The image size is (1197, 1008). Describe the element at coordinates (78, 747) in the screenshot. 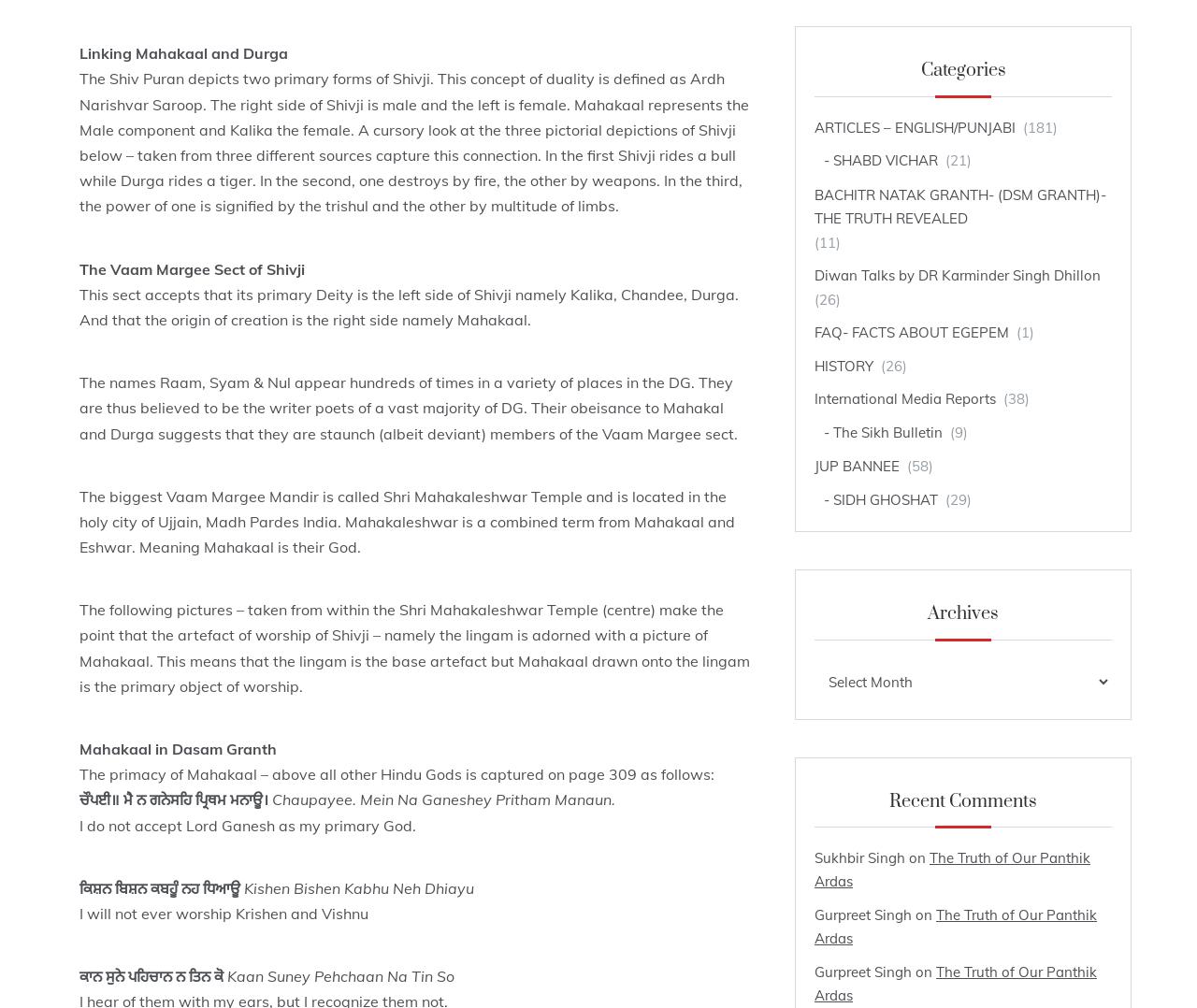

I see `'Mahakaal in Dasam Granth'` at that location.